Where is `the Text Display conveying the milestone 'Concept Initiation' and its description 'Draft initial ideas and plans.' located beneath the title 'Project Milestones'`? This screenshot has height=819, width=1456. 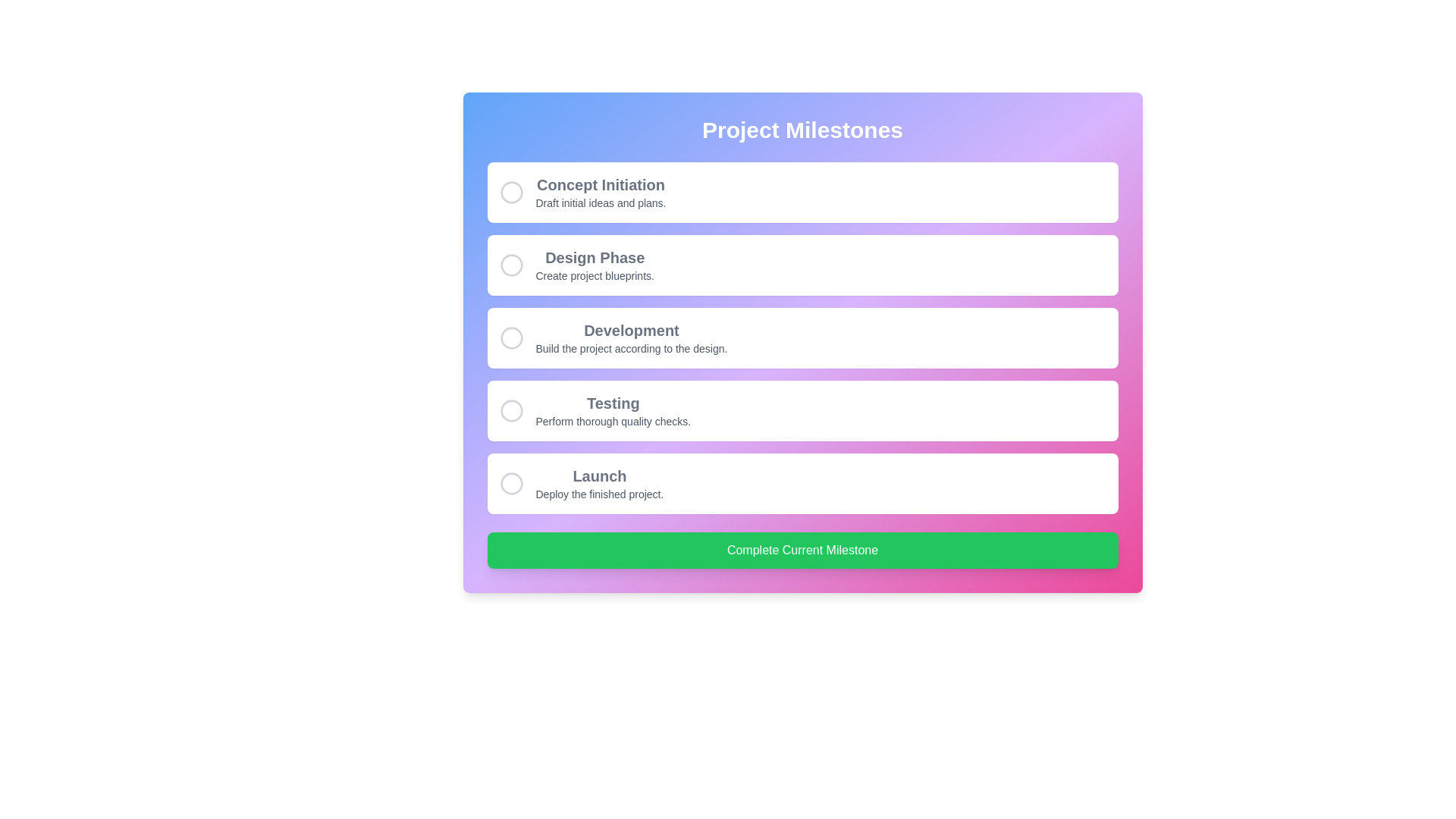 the Text Display conveying the milestone 'Concept Initiation' and its description 'Draft initial ideas and plans.' located beneath the title 'Project Milestones' is located at coordinates (600, 192).